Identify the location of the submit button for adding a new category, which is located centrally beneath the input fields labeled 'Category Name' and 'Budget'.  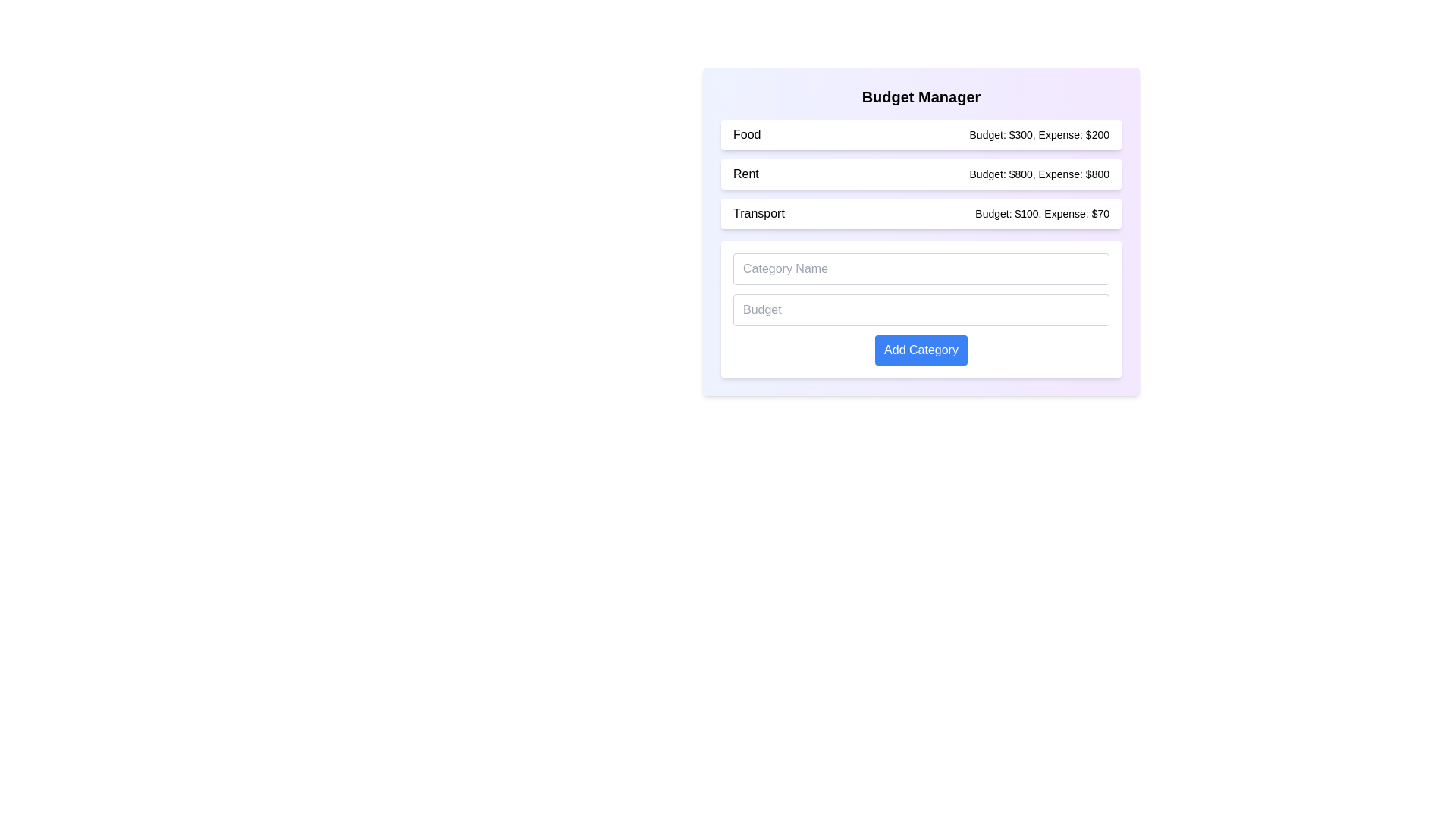
(920, 350).